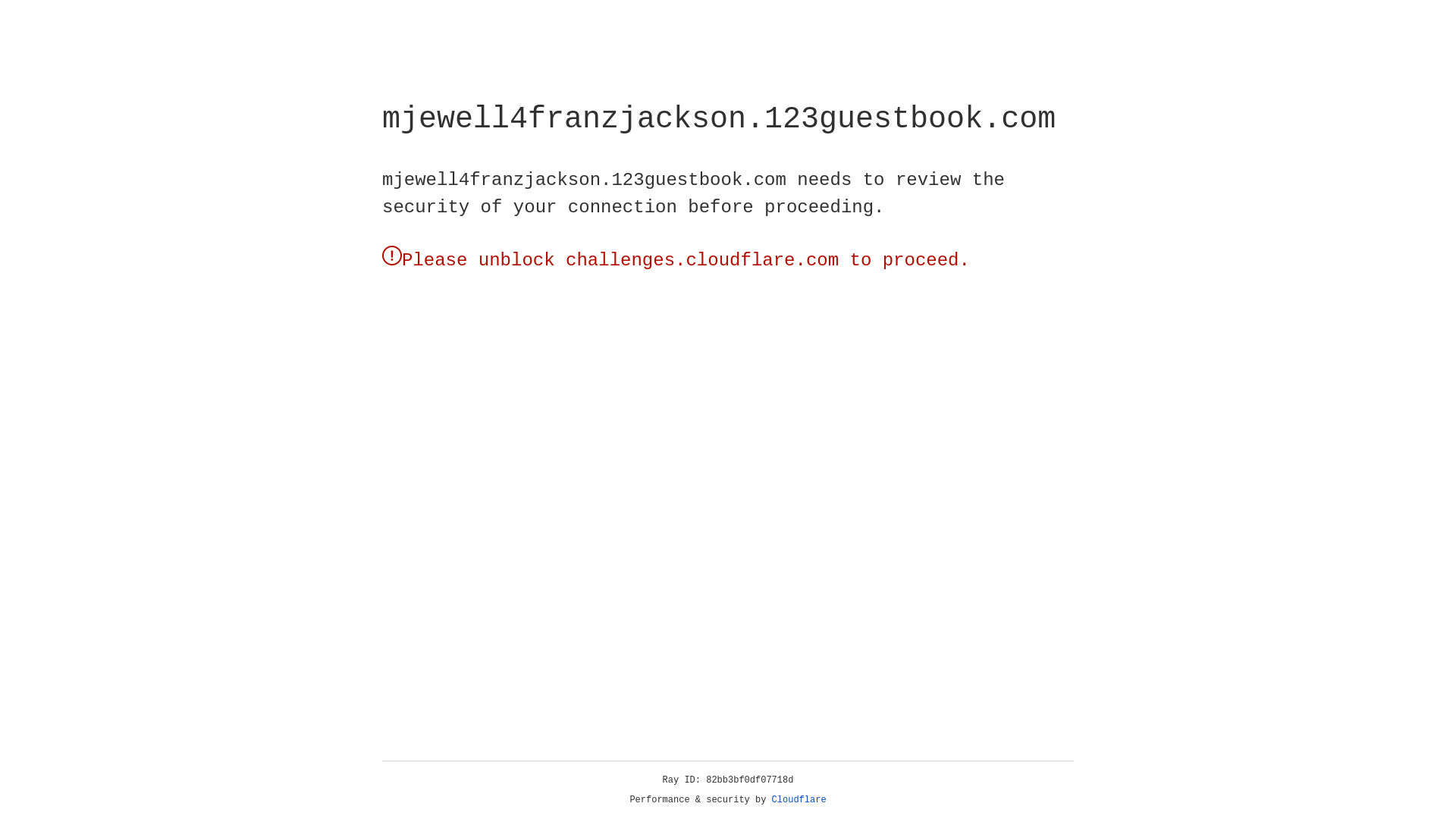  I want to click on 'Cloudflare', so click(799, 799).